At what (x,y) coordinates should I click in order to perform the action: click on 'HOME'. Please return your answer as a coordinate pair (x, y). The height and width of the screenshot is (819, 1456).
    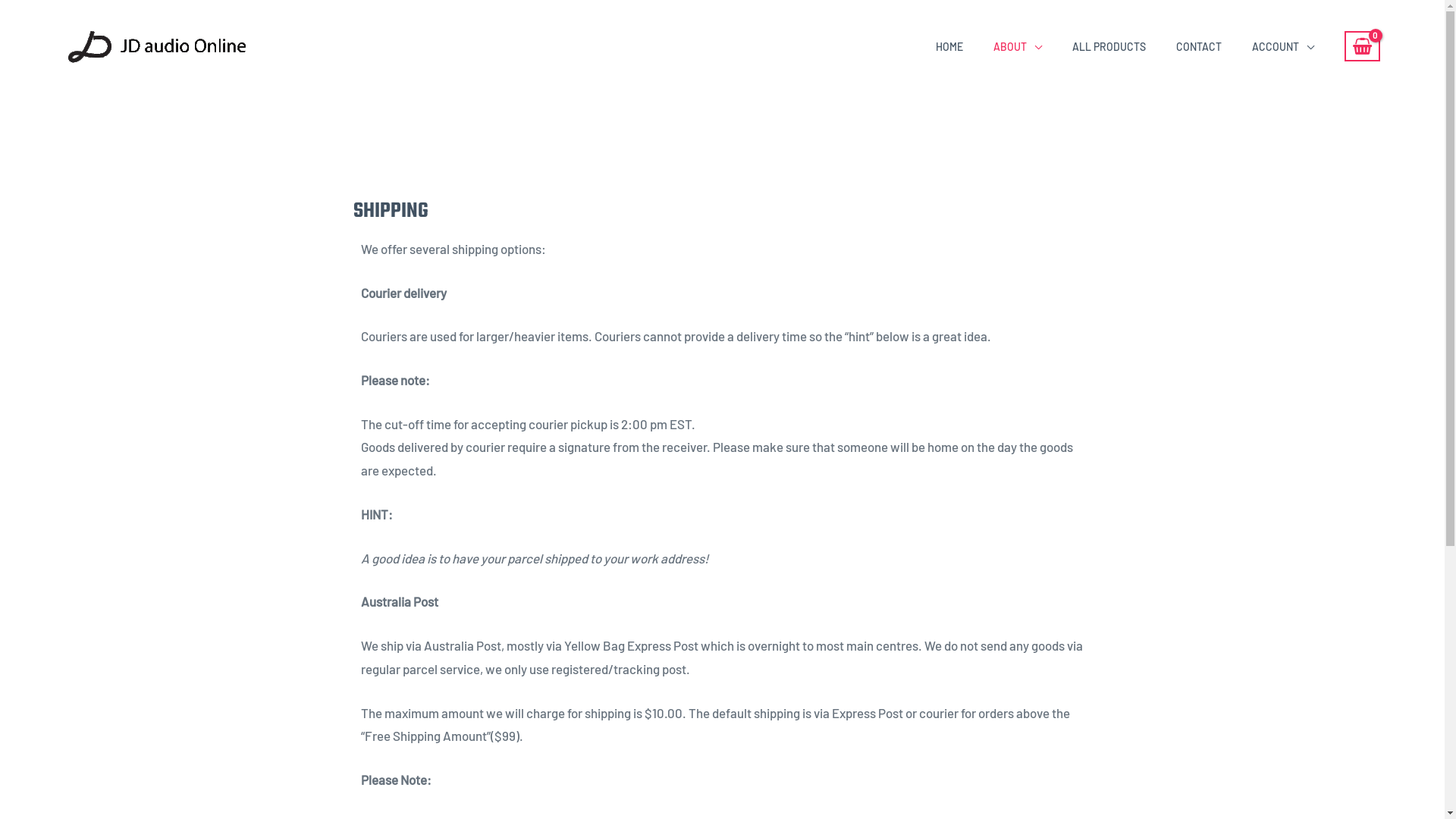
    Looking at the image, I should click on (920, 45).